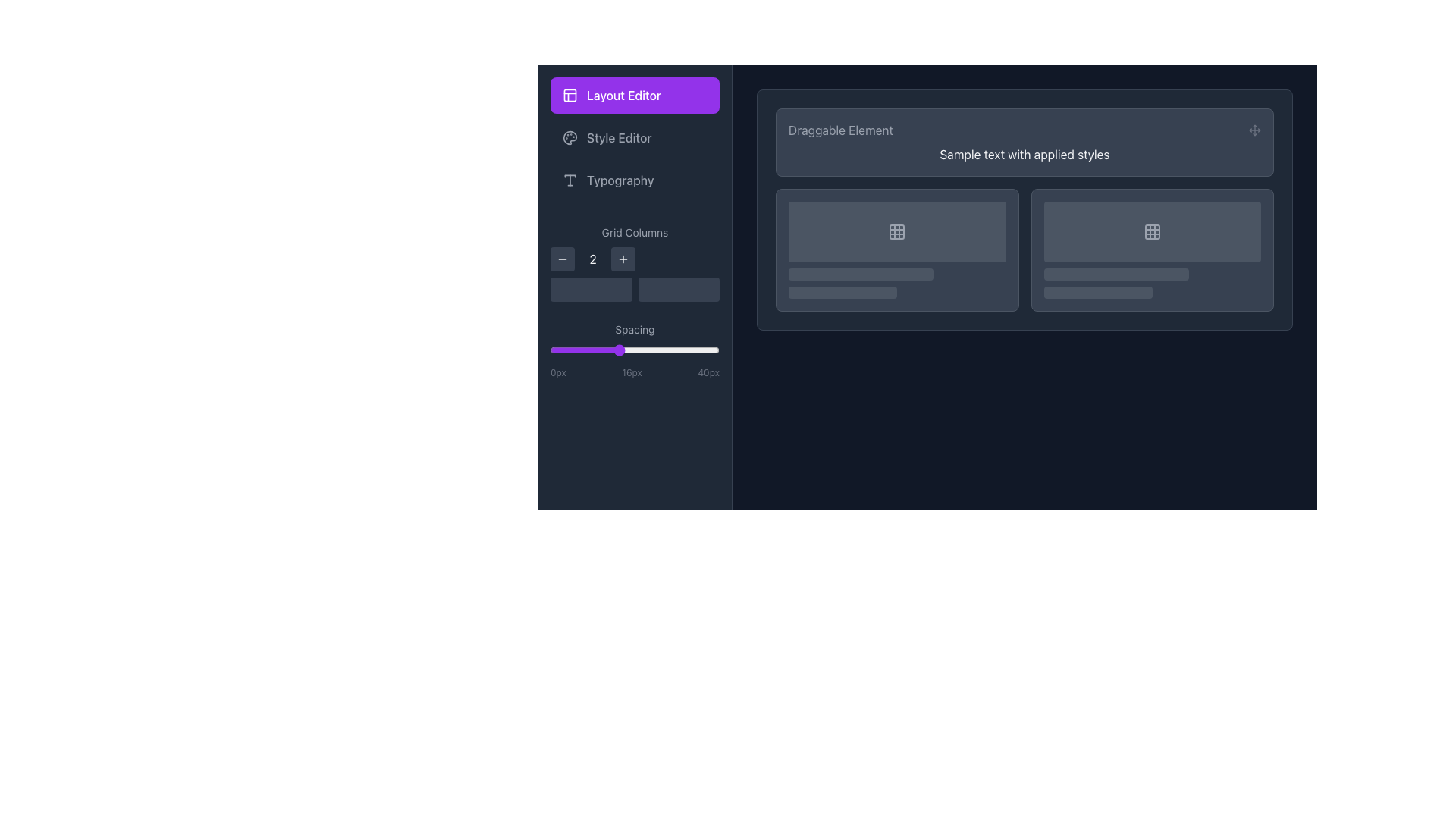 This screenshot has height=819, width=1456. Describe the element at coordinates (604, 350) in the screenshot. I see `spacing` at that location.